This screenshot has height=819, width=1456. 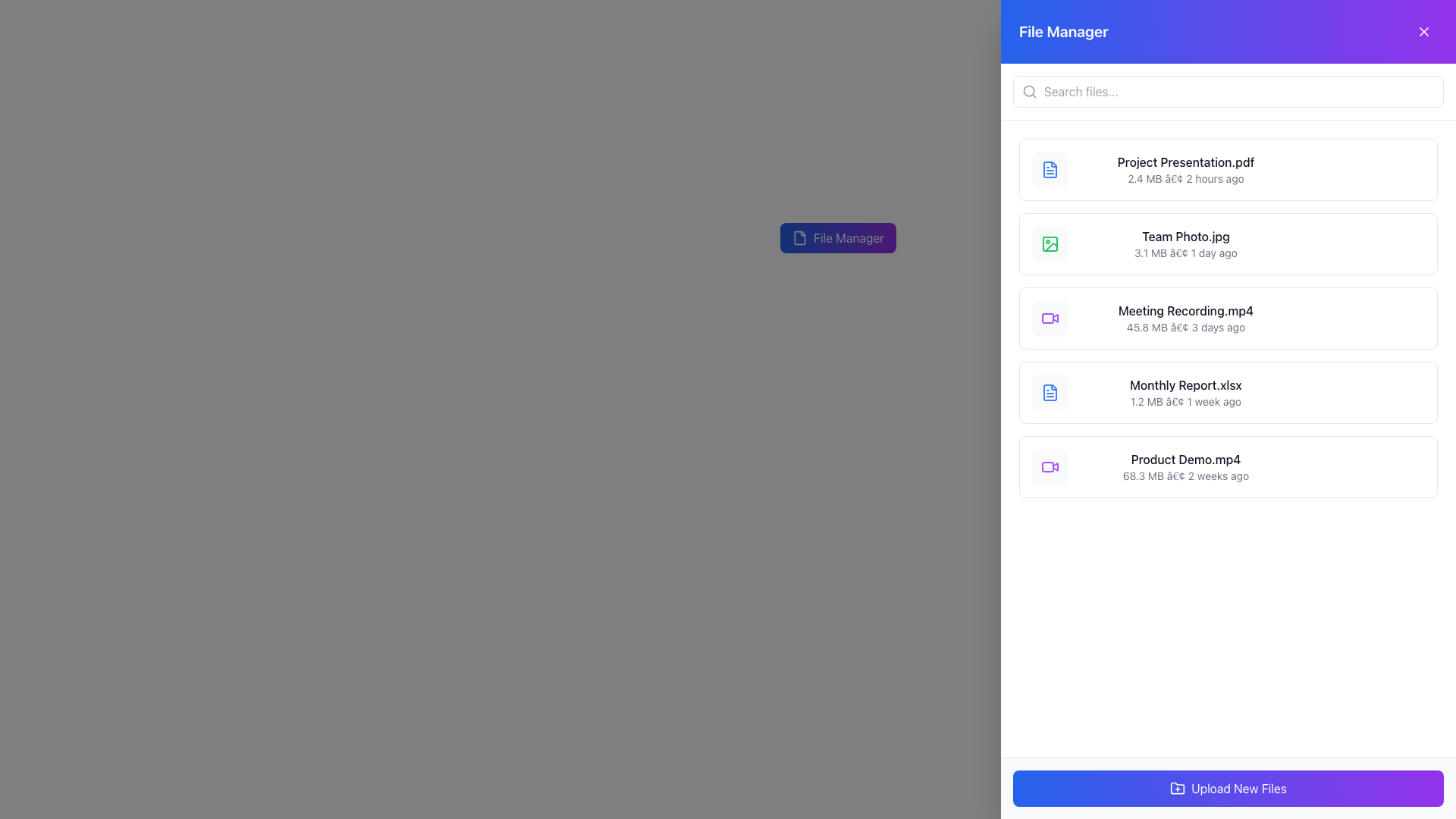 I want to click on the green-tinted outlined SVG rectangle icon representing an image located in the 'File Manager' sidebar next to 'Team Photo.jpg', so click(x=1050, y=243).